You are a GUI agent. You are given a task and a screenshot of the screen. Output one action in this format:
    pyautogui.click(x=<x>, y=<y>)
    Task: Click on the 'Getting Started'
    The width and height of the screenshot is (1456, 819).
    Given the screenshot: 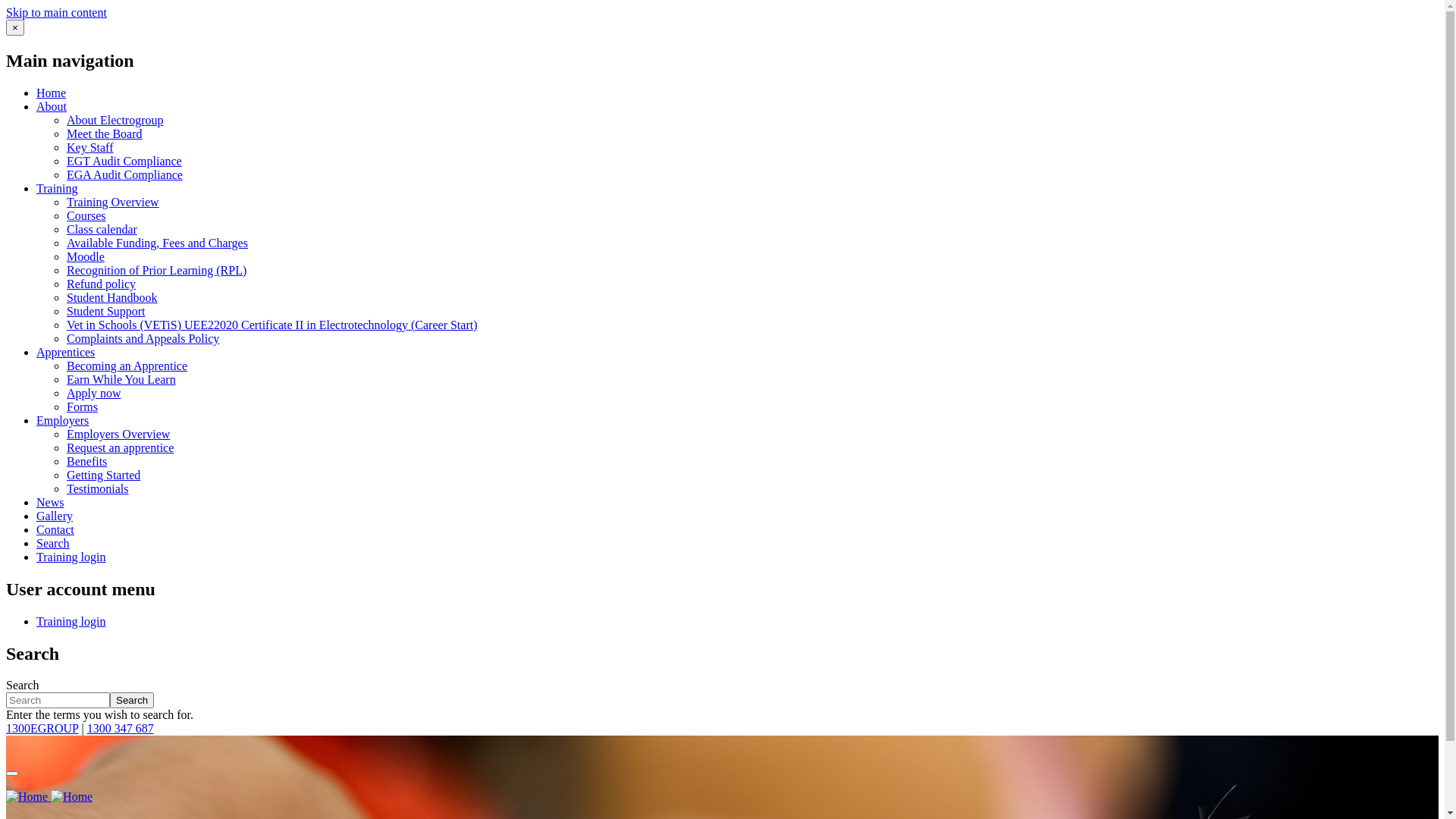 What is the action you would take?
    pyautogui.click(x=102, y=474)
    